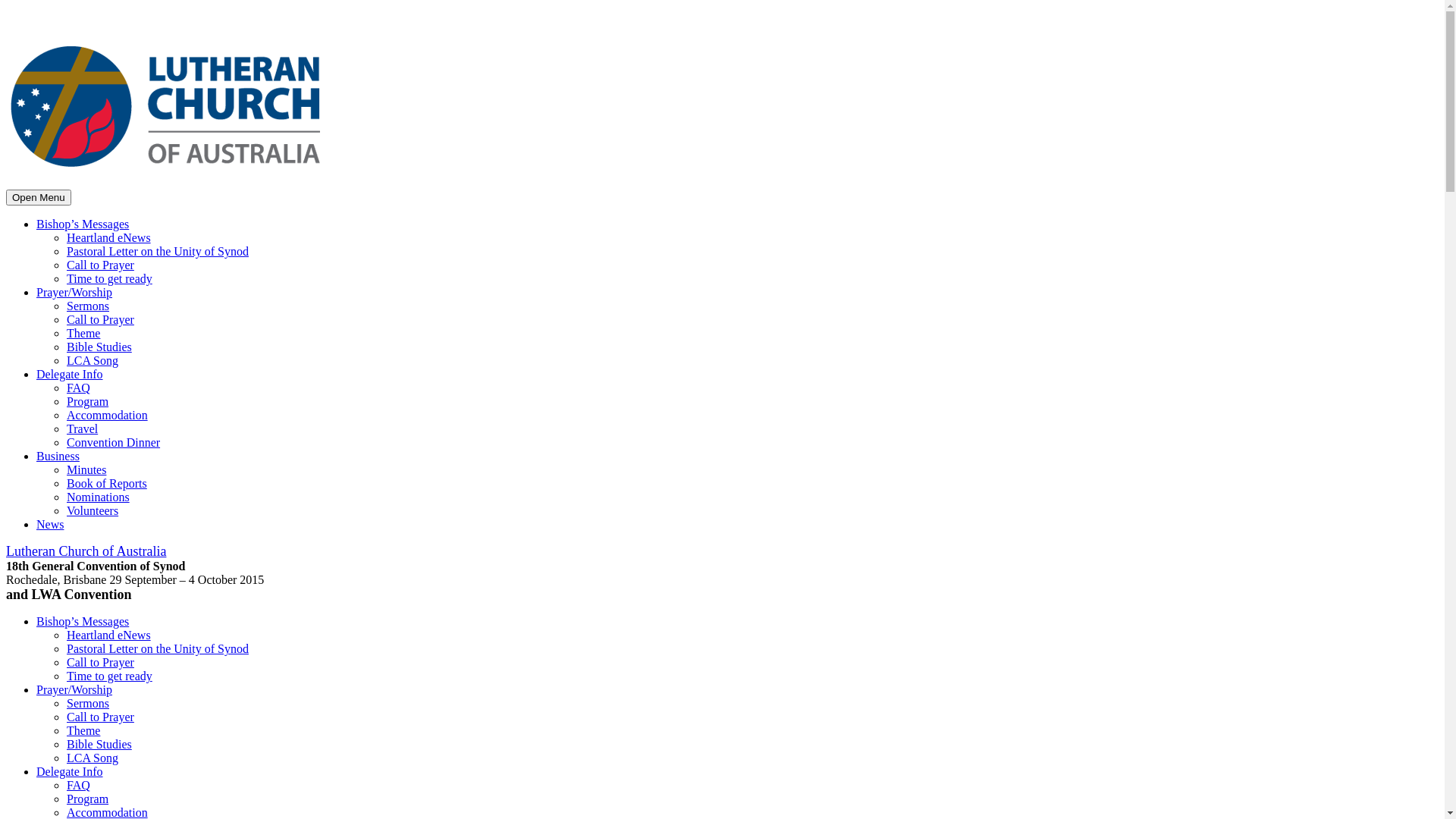 Image resolution: width=1456 pixels, height=819 pixels. Describe the element at coordinates (65, 332) in the screenshot. I see `'Theme'` at that location.